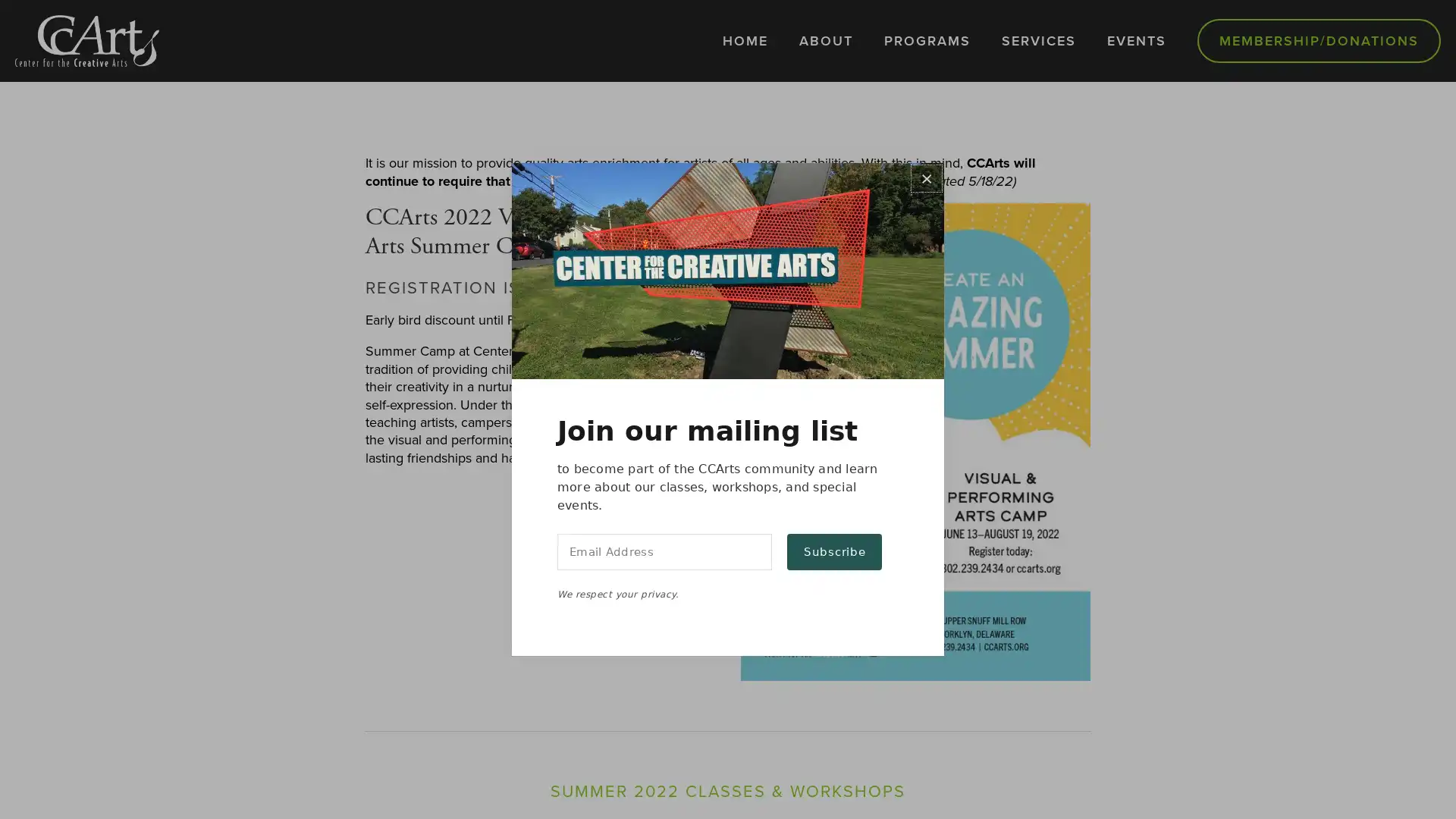  Describe the element at coordinates (833, 552) in the screenshot. I see `Subscribe` at that location.